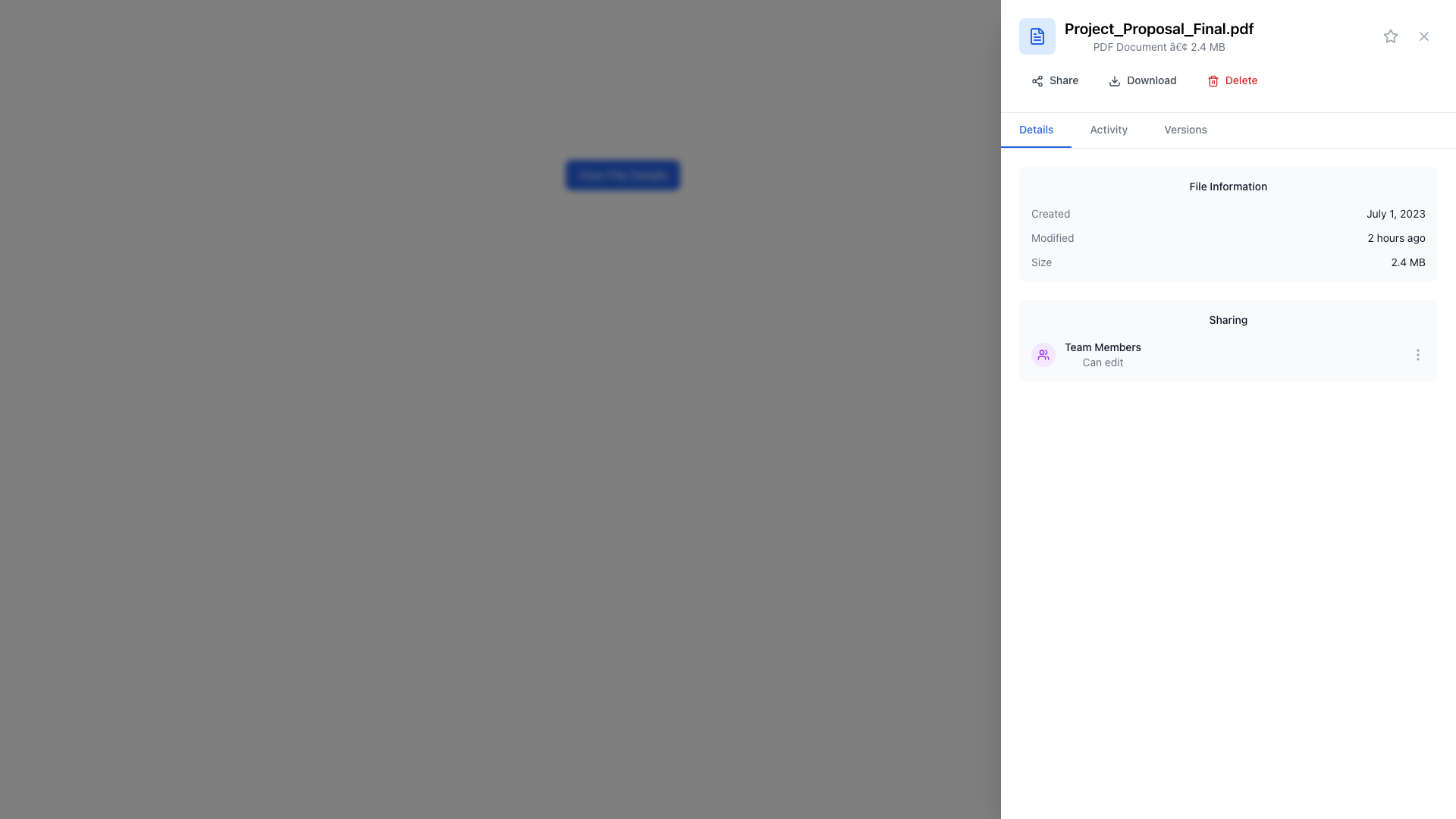 The height and width of the screenshot is (819, 1456). I want to click on the 'Delete' button, which is the third button in a row of three buttons labeled 'Share,' 'Download,' and 'Delete,' located near the top-right corner of the interface, so click(1232, 80).